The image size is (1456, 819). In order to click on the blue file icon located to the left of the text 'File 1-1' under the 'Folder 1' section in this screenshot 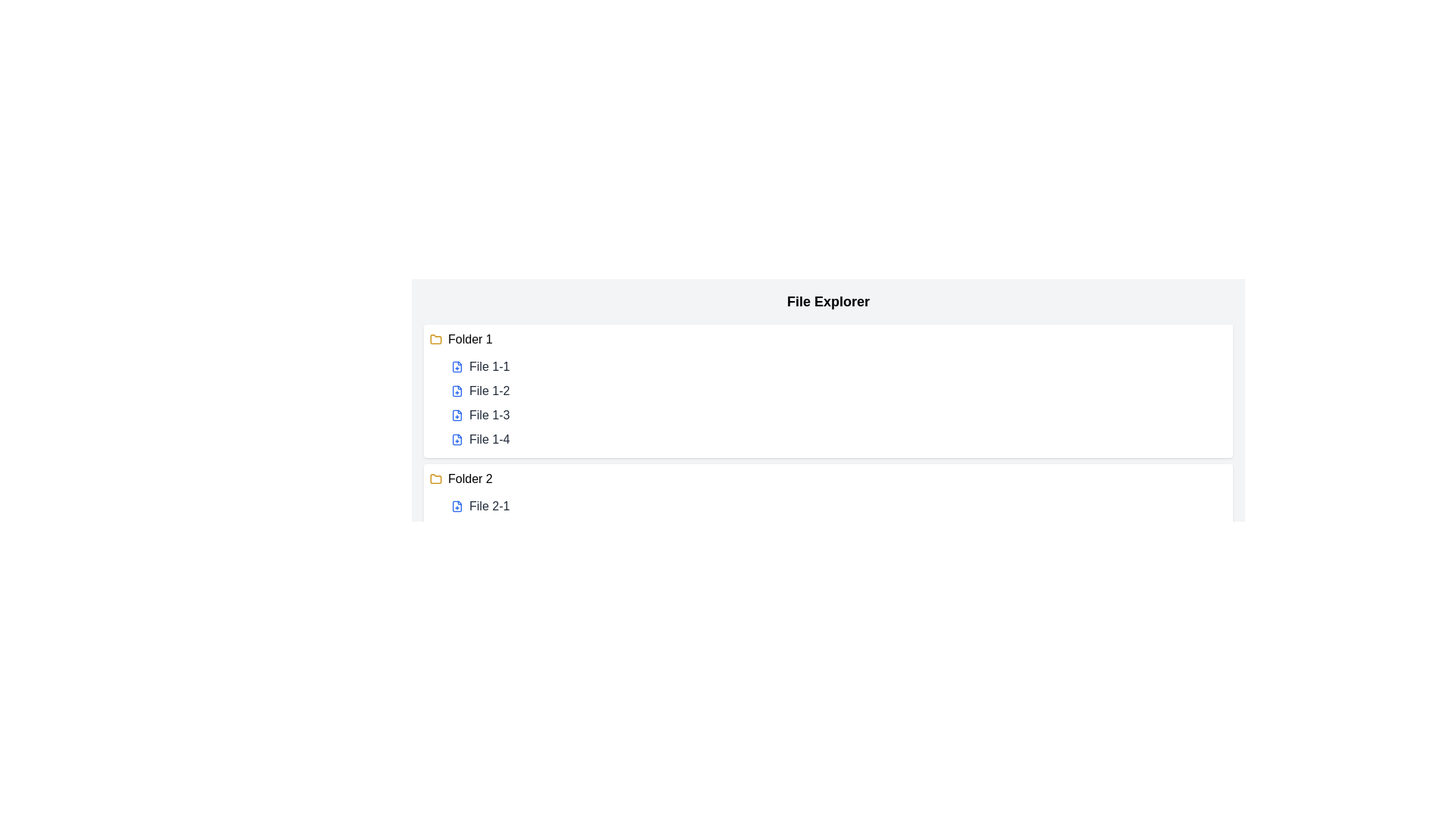, I will do `click(457, 366)`.